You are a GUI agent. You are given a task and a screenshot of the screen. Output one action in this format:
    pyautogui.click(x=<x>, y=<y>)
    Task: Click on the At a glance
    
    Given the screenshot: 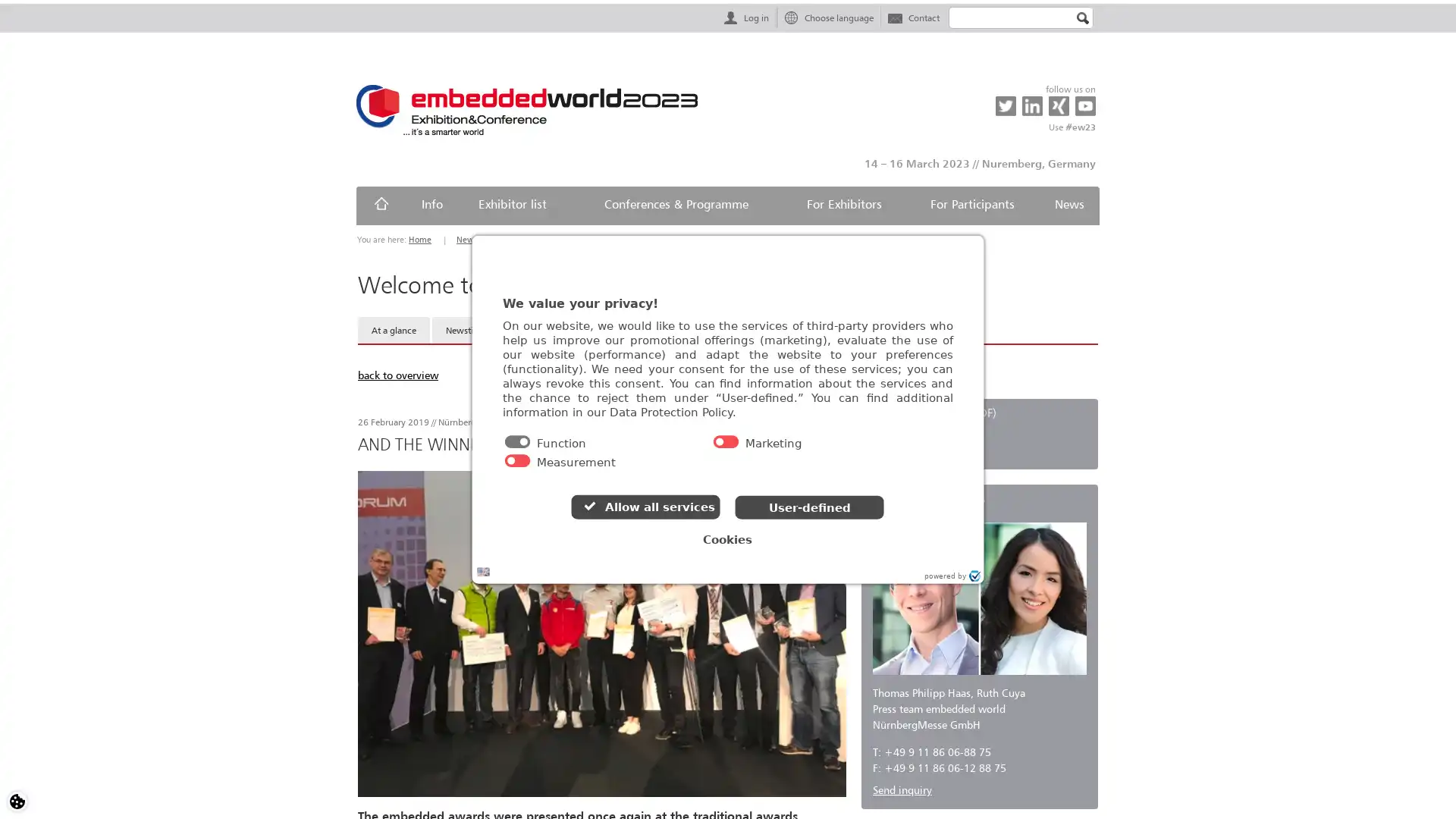 What is the action you would take?
    pyautogui.click(x=394, y=329)
    